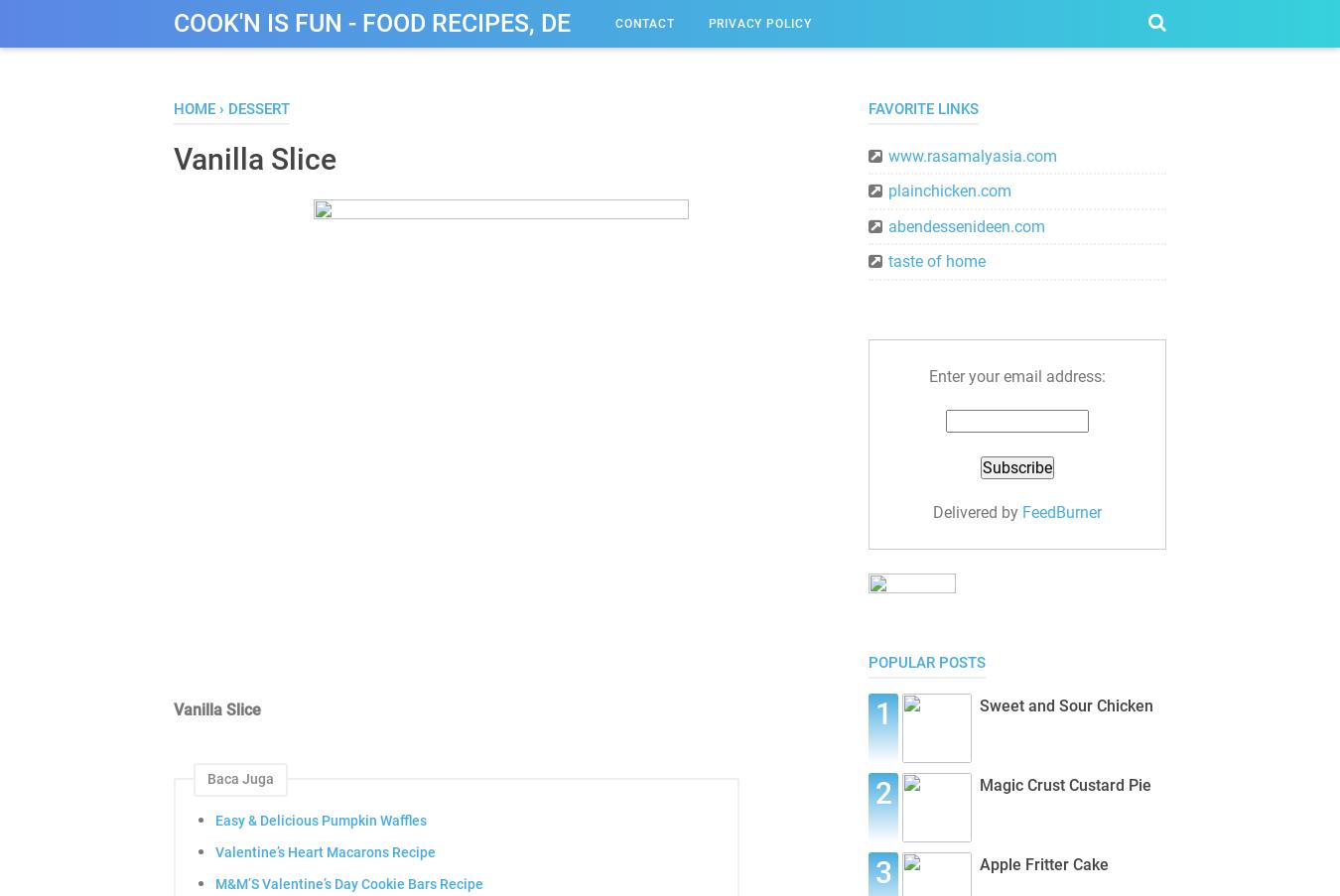  I want to click on 'plainchicken.com', so click(888, 190).